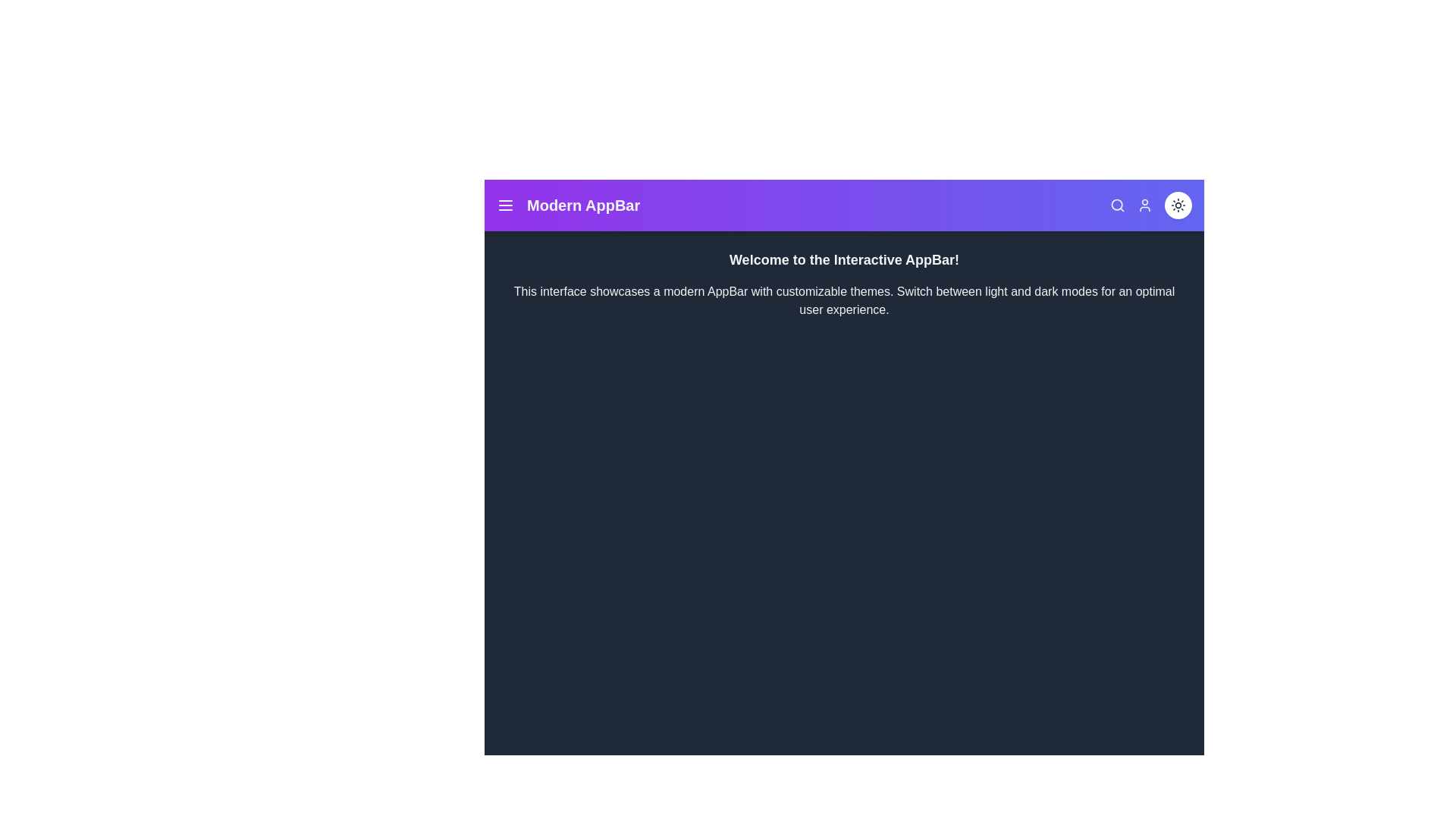 The height and width of the screenshot is (819, 1456). Describe the element at coordinates (1117, 205) in the screenshot. I see `the search icon to initiate a search` at that location.